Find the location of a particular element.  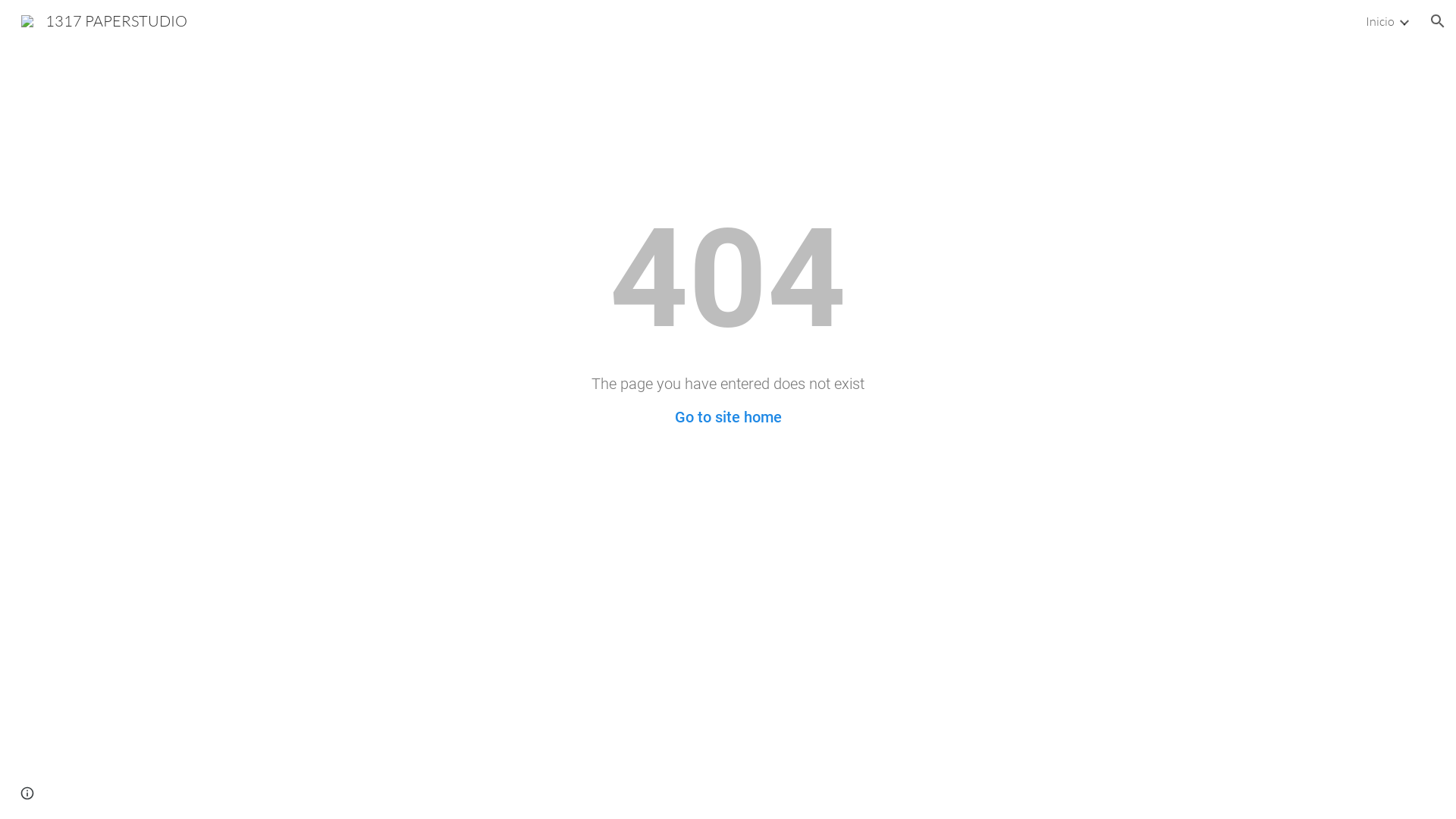

'Inicio' is located at coordinates (1379, 20).